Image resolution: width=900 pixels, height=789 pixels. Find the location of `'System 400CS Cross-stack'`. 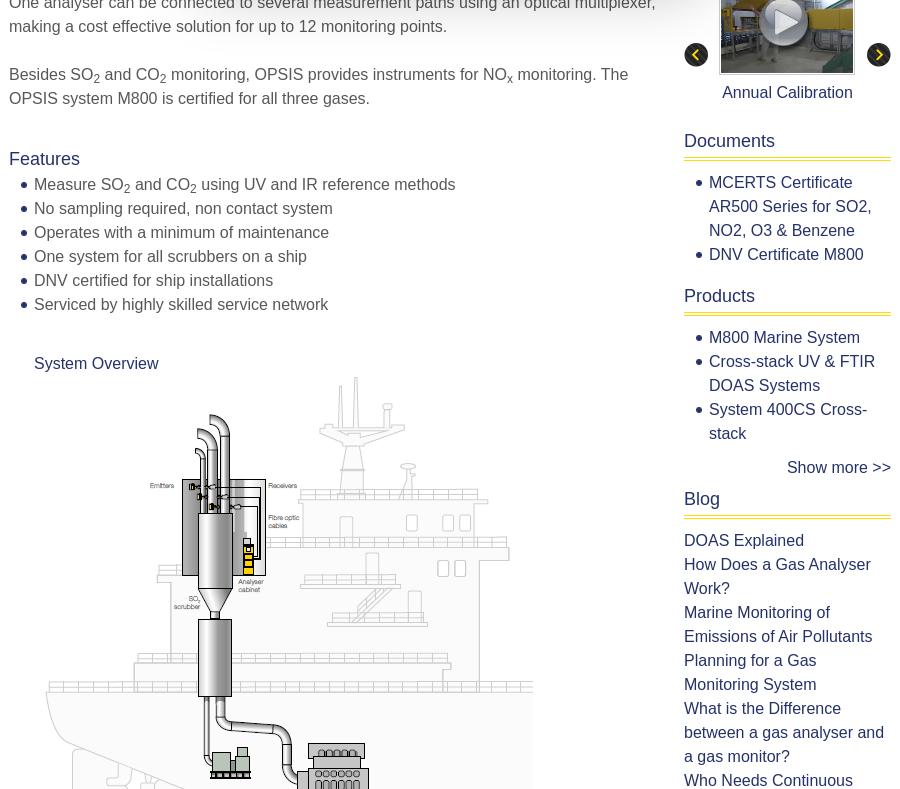

'System 400CS Cross-stack' is located at coordinates (788, 420).